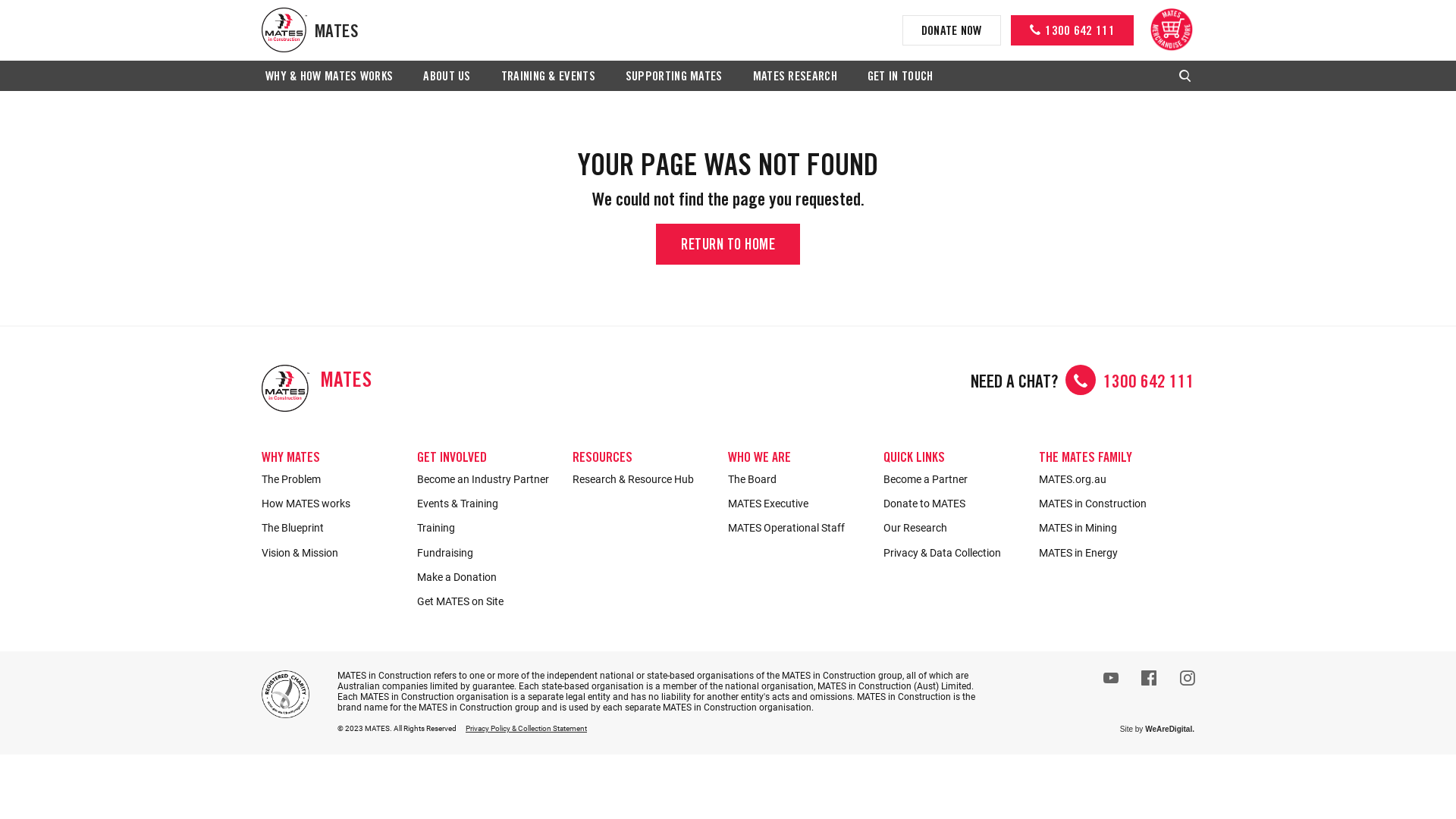 The width and height of the screenshot is (1456, 819). What do you see at coordinates (487, 526) in the screenshot?
I see `'Training'` at bounding box center [487, 526].